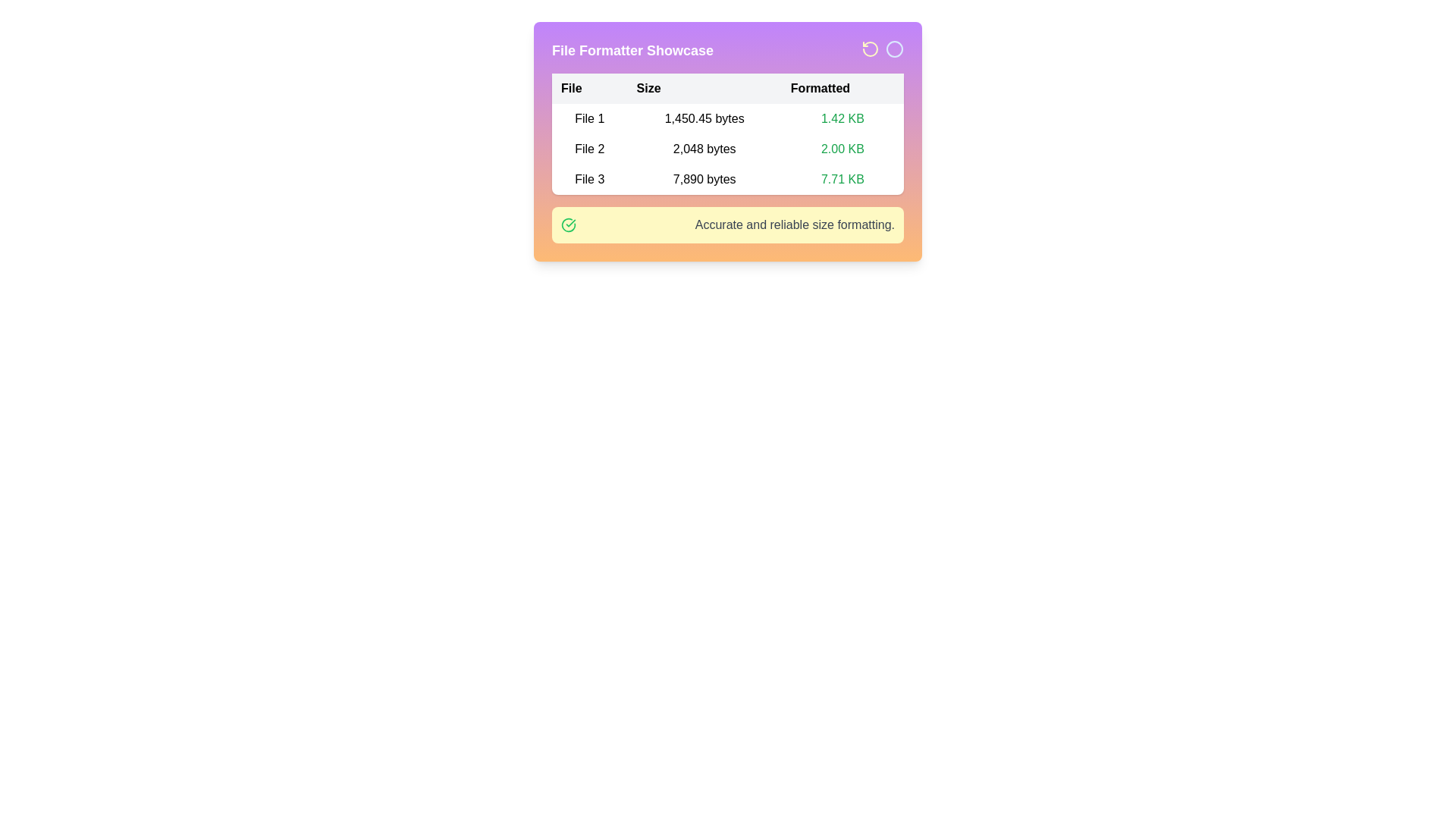 The height and width of the screenshot is (819, 1456). I want to click on the label displaying the size of 'File 3' in the middle column of the third row under the tabular interface, so click(704, 178).